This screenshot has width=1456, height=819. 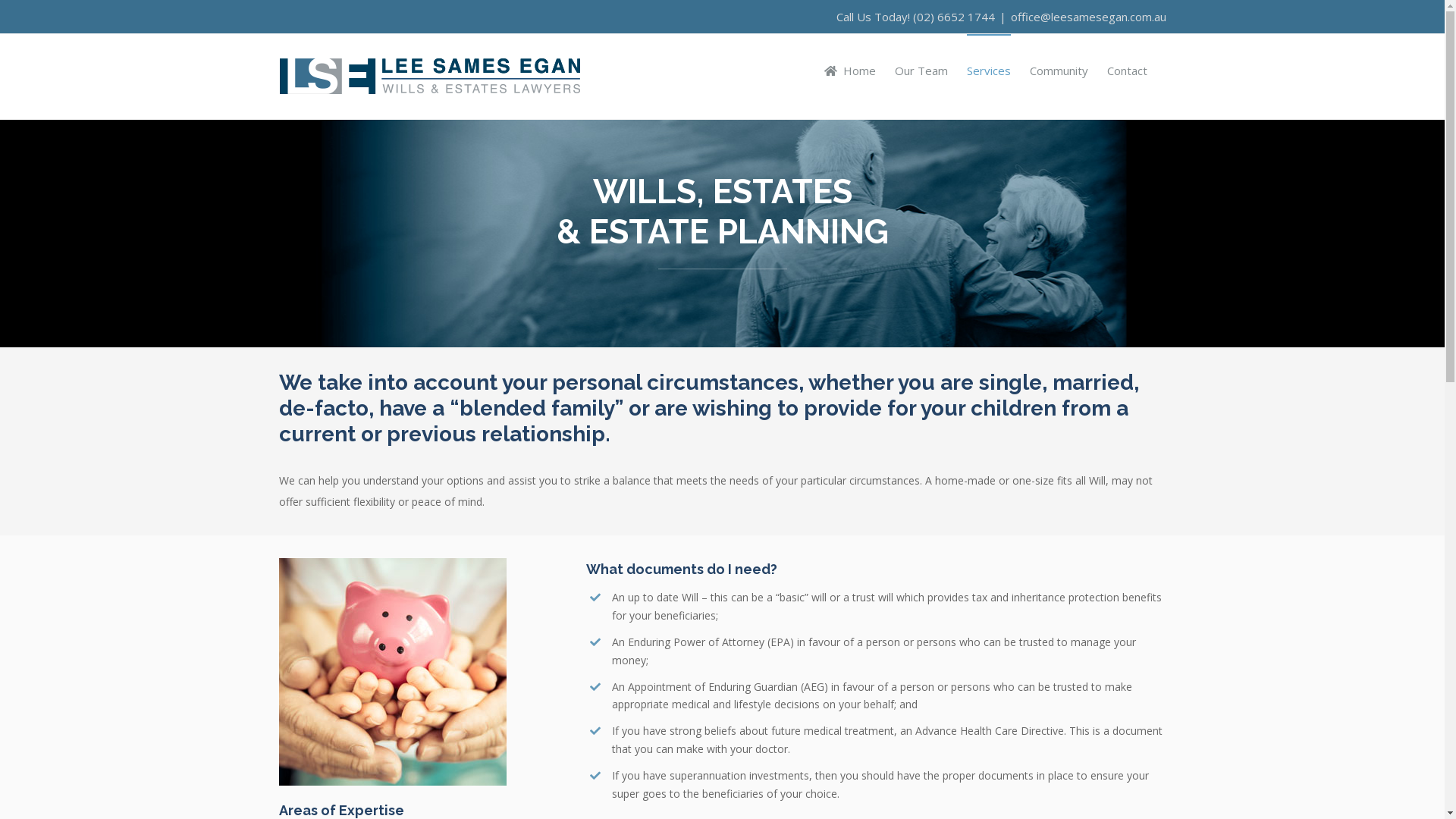 I want to click on 'Our Team', so click(x=920, y=70).